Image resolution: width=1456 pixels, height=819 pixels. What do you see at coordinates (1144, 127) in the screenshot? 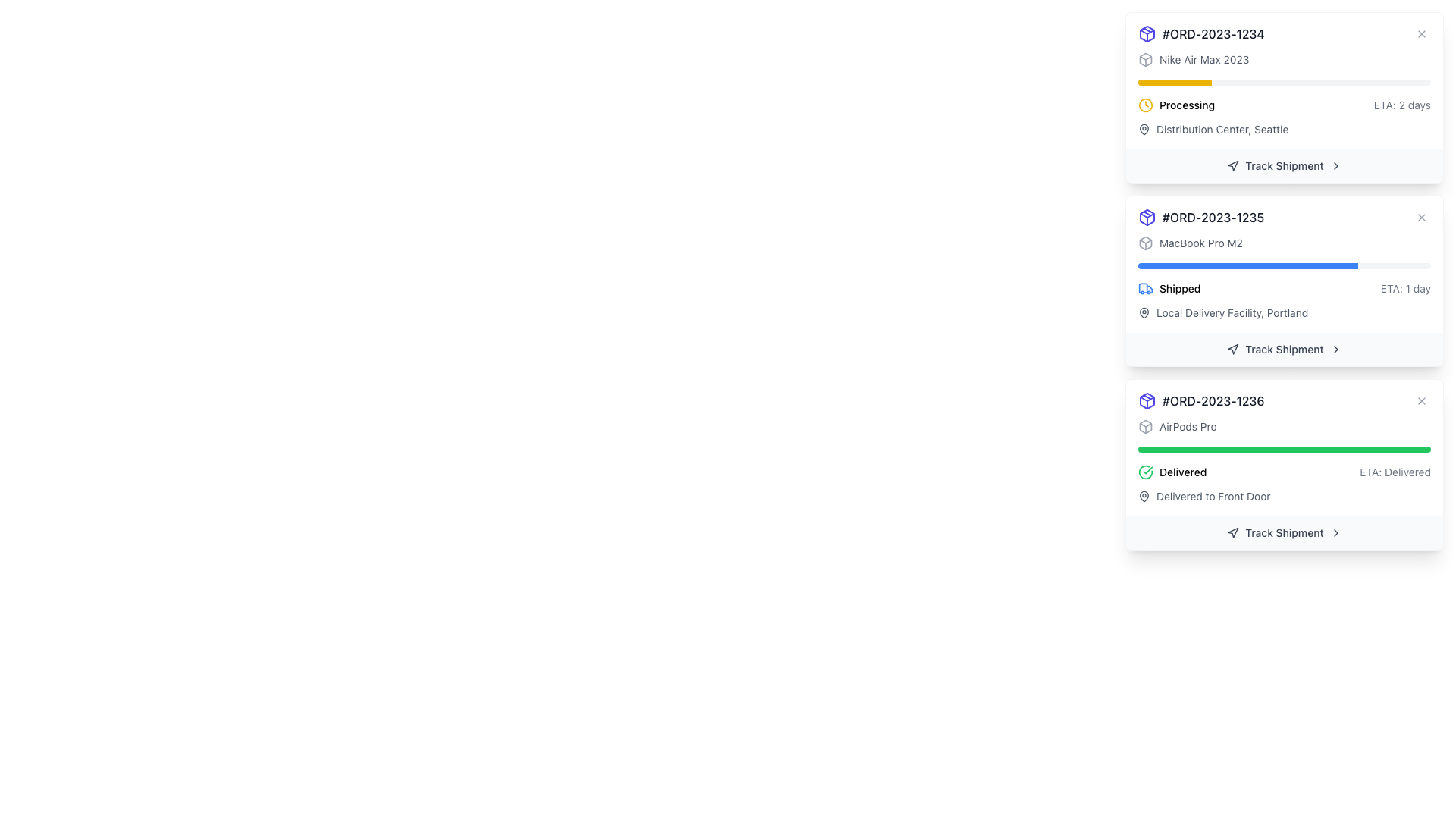
I see `the lower, broader section of the pin-shaped icon, which represents the body of the pin used for location functionalities` at bounding box center [1144, 127].